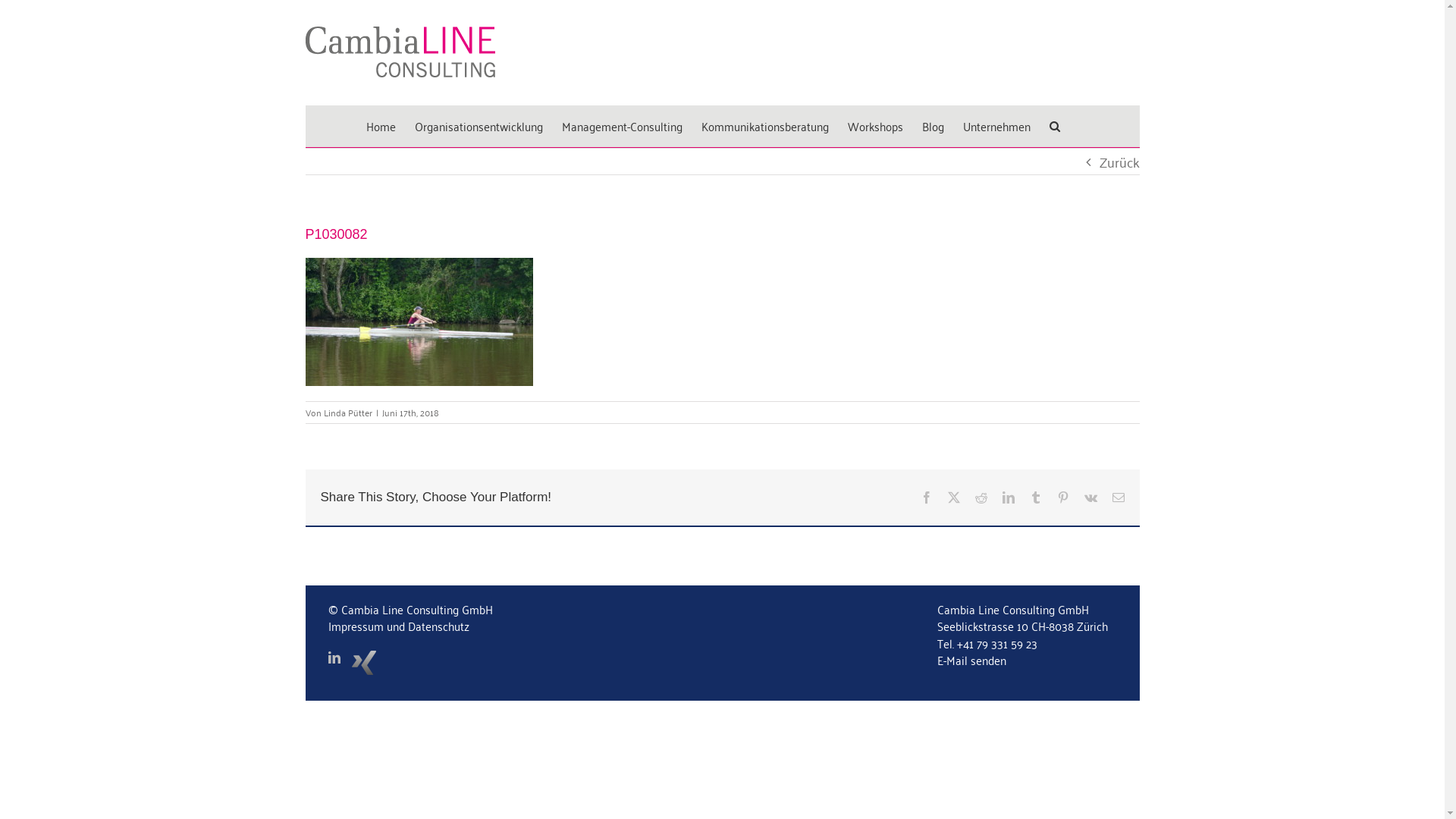 Image resolution: width=1456 pixels, height=819 pixels. Describe the element at coordinates (380, 125) in the screenshot. I see `'Home'` at that location.